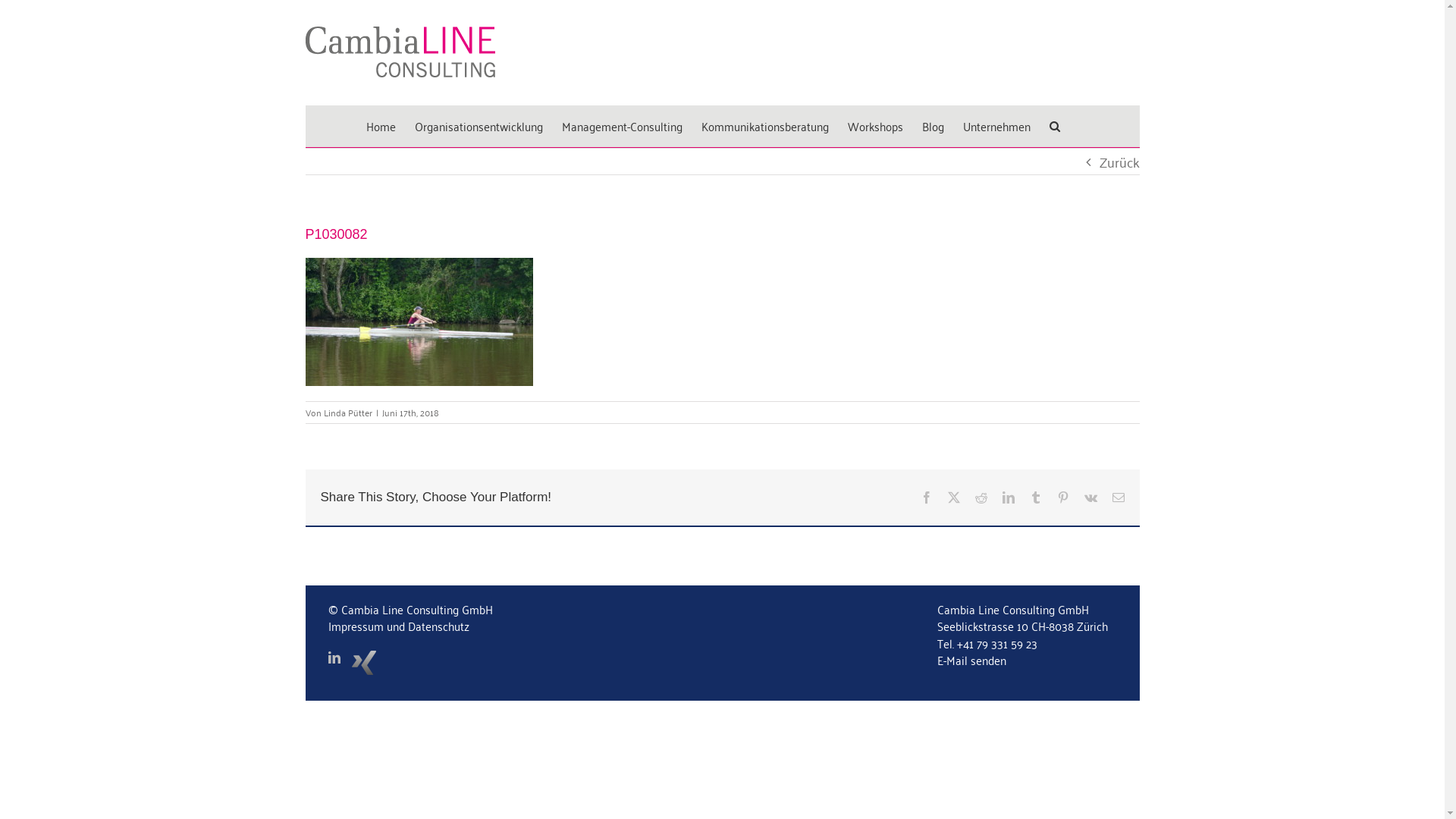 Image resolution: width=1456 pixels, height=819 pixels. Describe the element at coordinates (380, 125) in the screenshot. I see `'Home'` at that location.